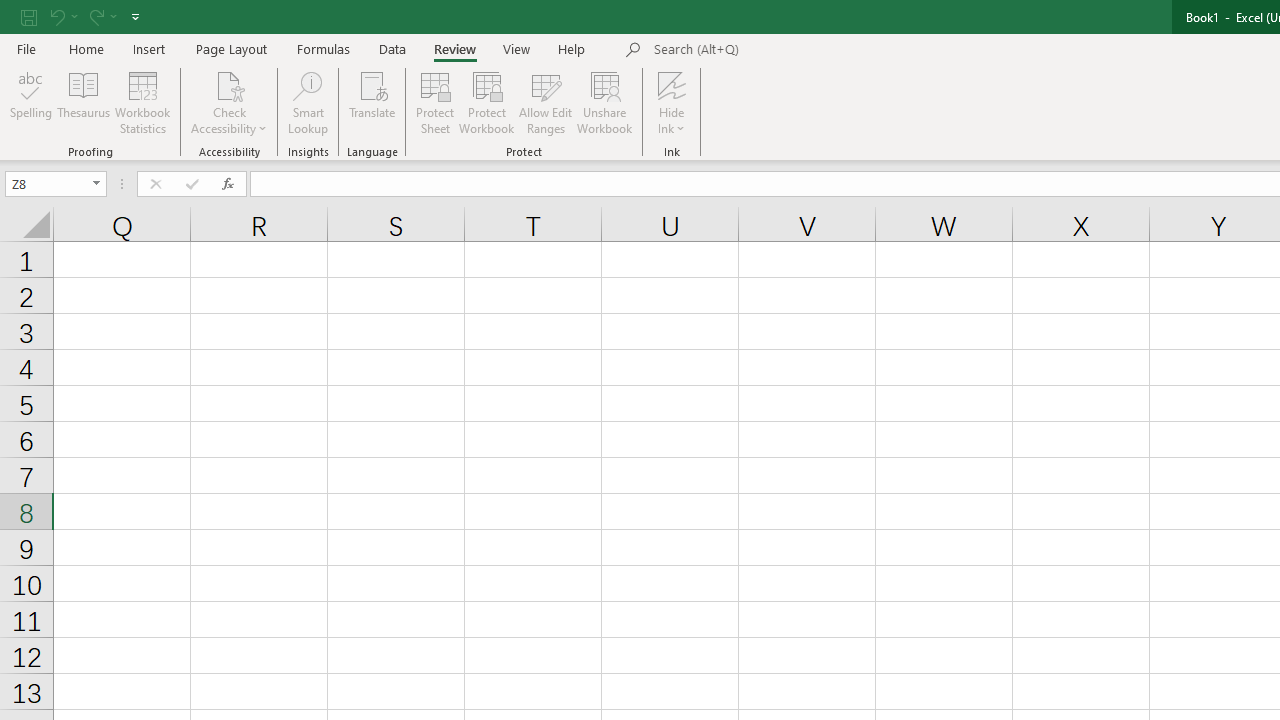  I want to click on 'Thesaurus...', so click(82, 103).